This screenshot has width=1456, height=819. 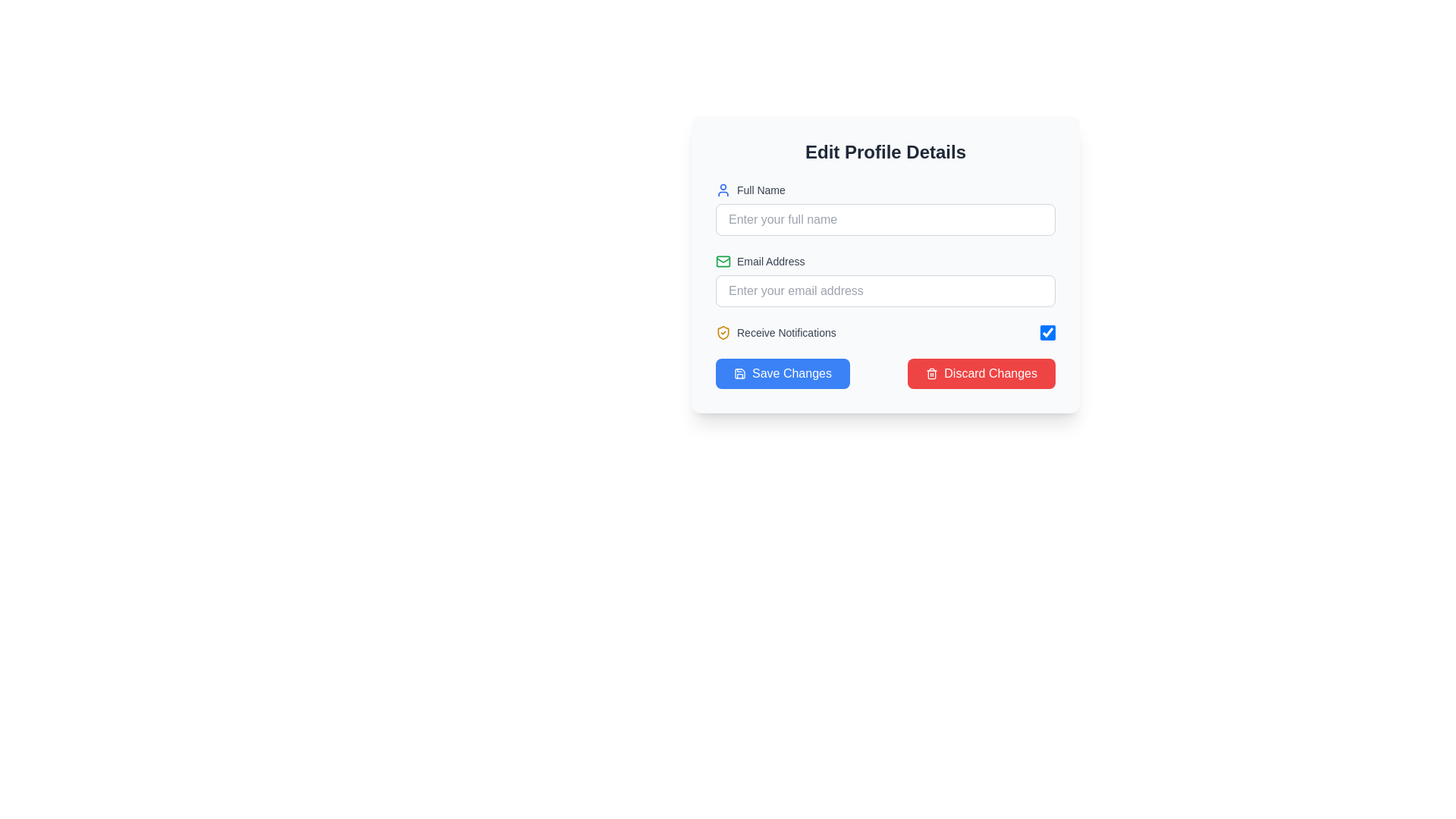 I want to click on the rectangular button with a blue background and white text reading 'Save Changes', which has a floppy disk icon on the left, so click(x=783, y=374).